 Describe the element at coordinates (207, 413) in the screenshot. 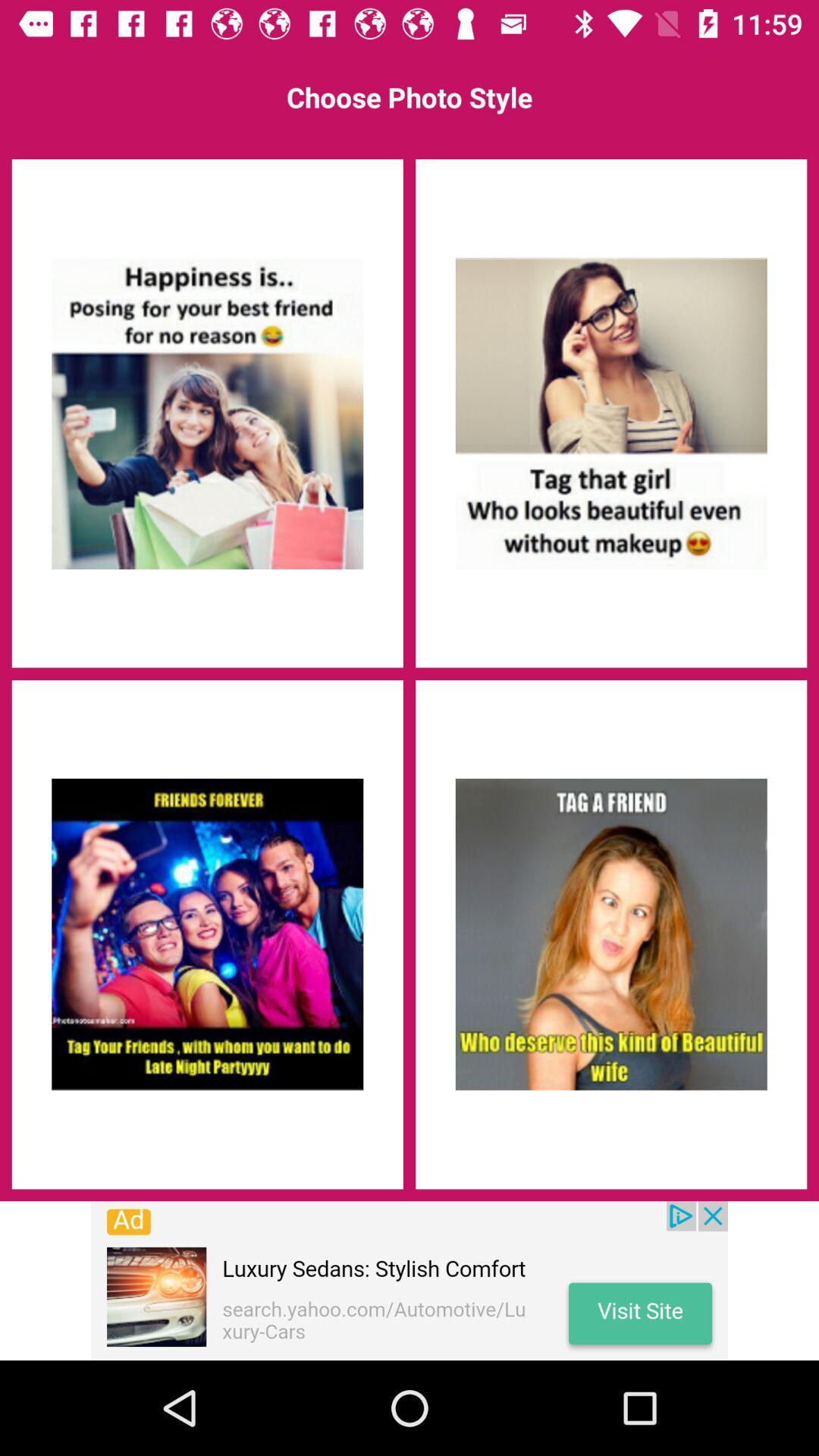

I see `advertisement` at that location.